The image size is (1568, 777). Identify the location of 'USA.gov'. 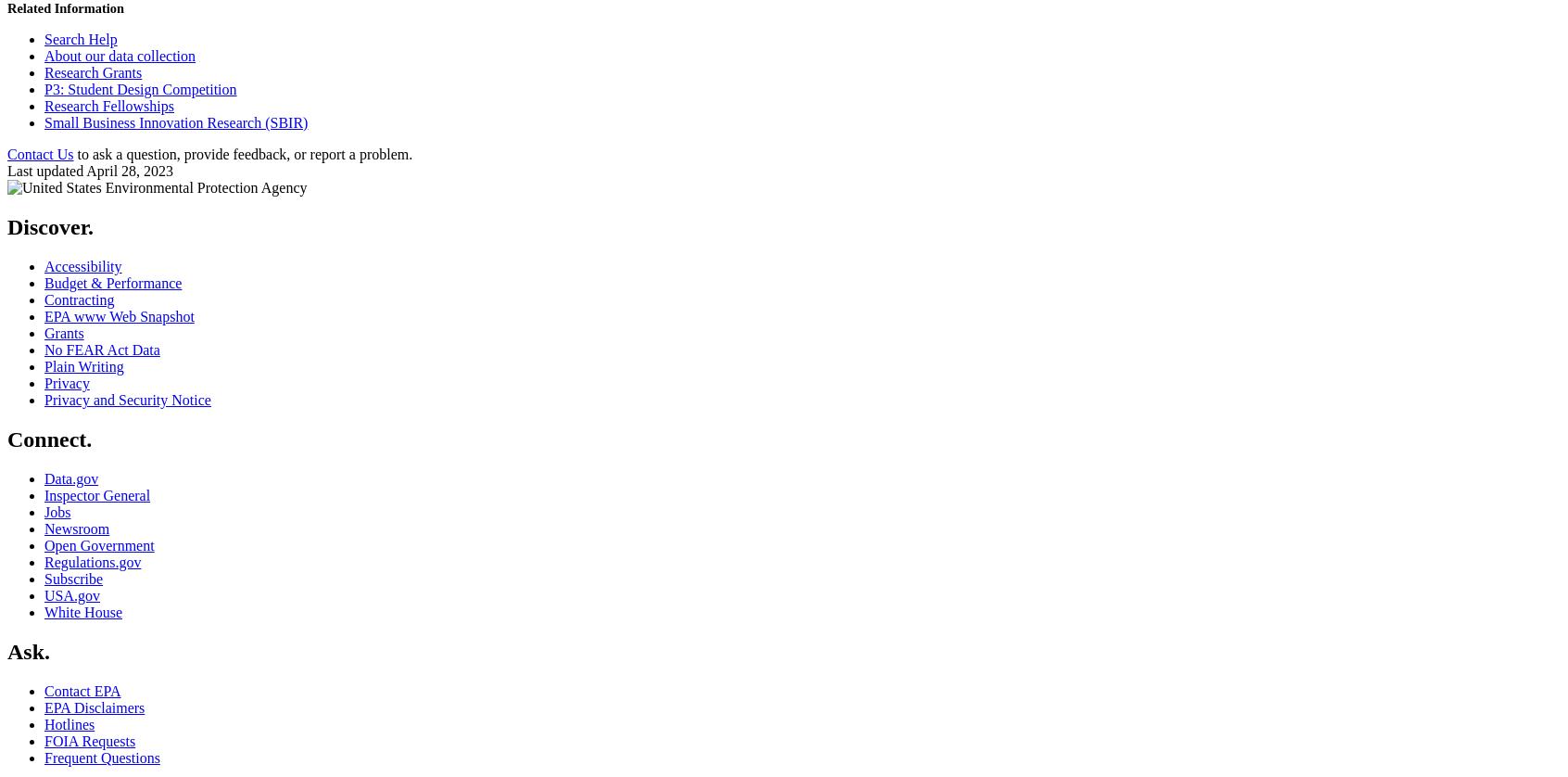
(72, 593).